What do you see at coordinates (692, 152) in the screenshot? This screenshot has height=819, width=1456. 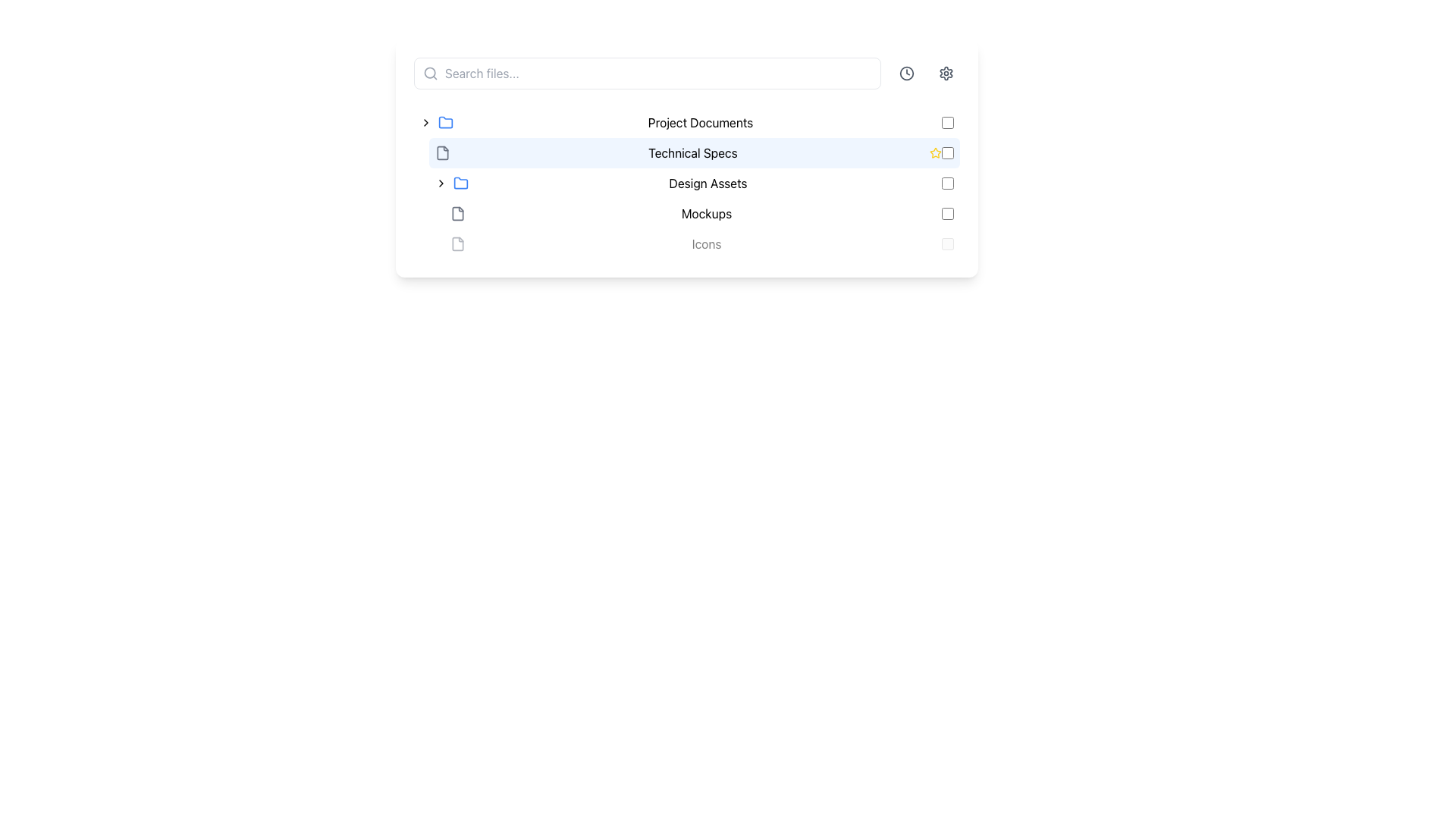 I see `the 'Technical Specs' text label in the navigation row` at bounding box center [692, 152].